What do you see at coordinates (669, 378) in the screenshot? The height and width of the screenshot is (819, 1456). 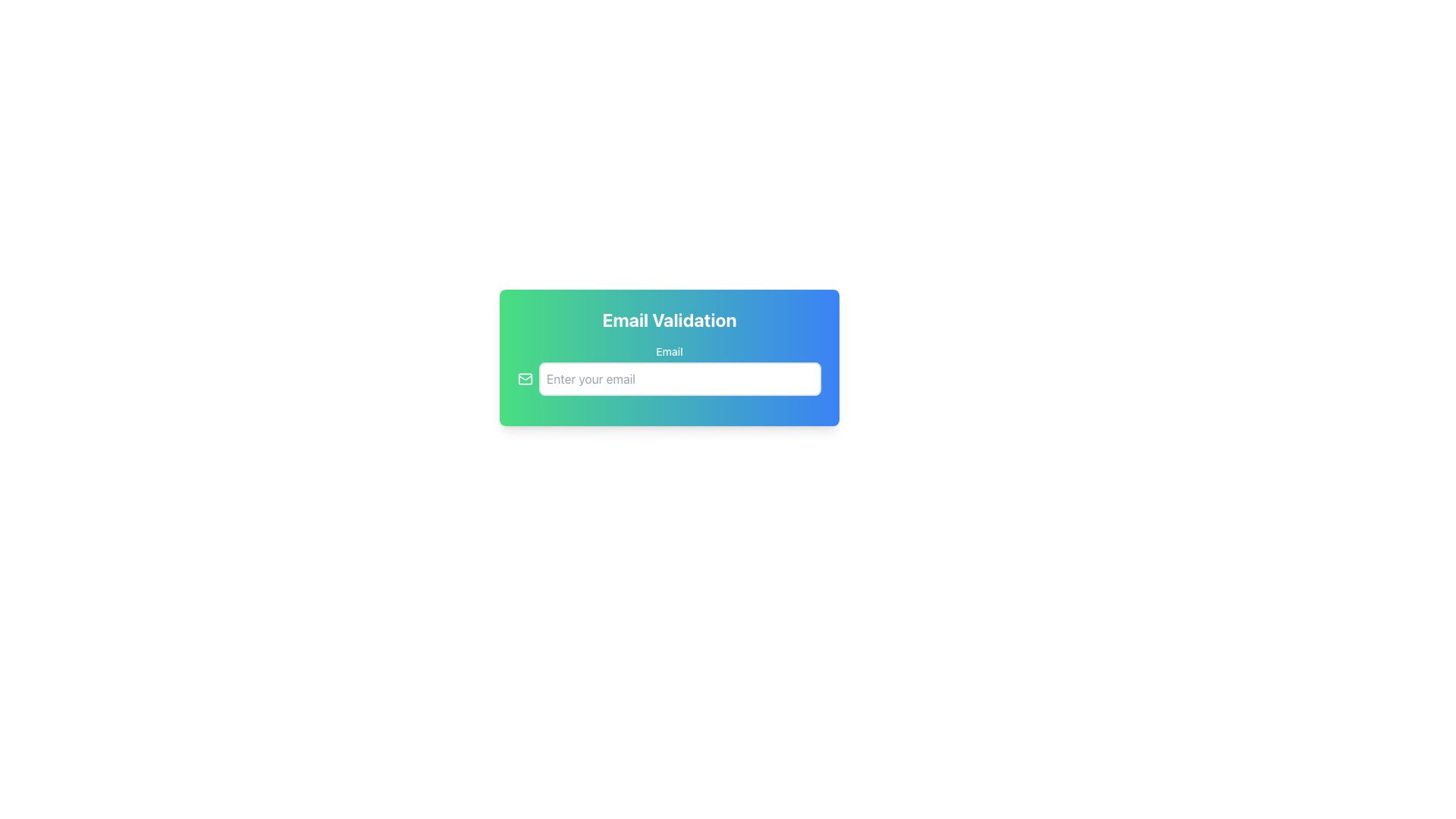 I see `the email input field located in the center of the visible card layout` at bounding box center [669, 378].